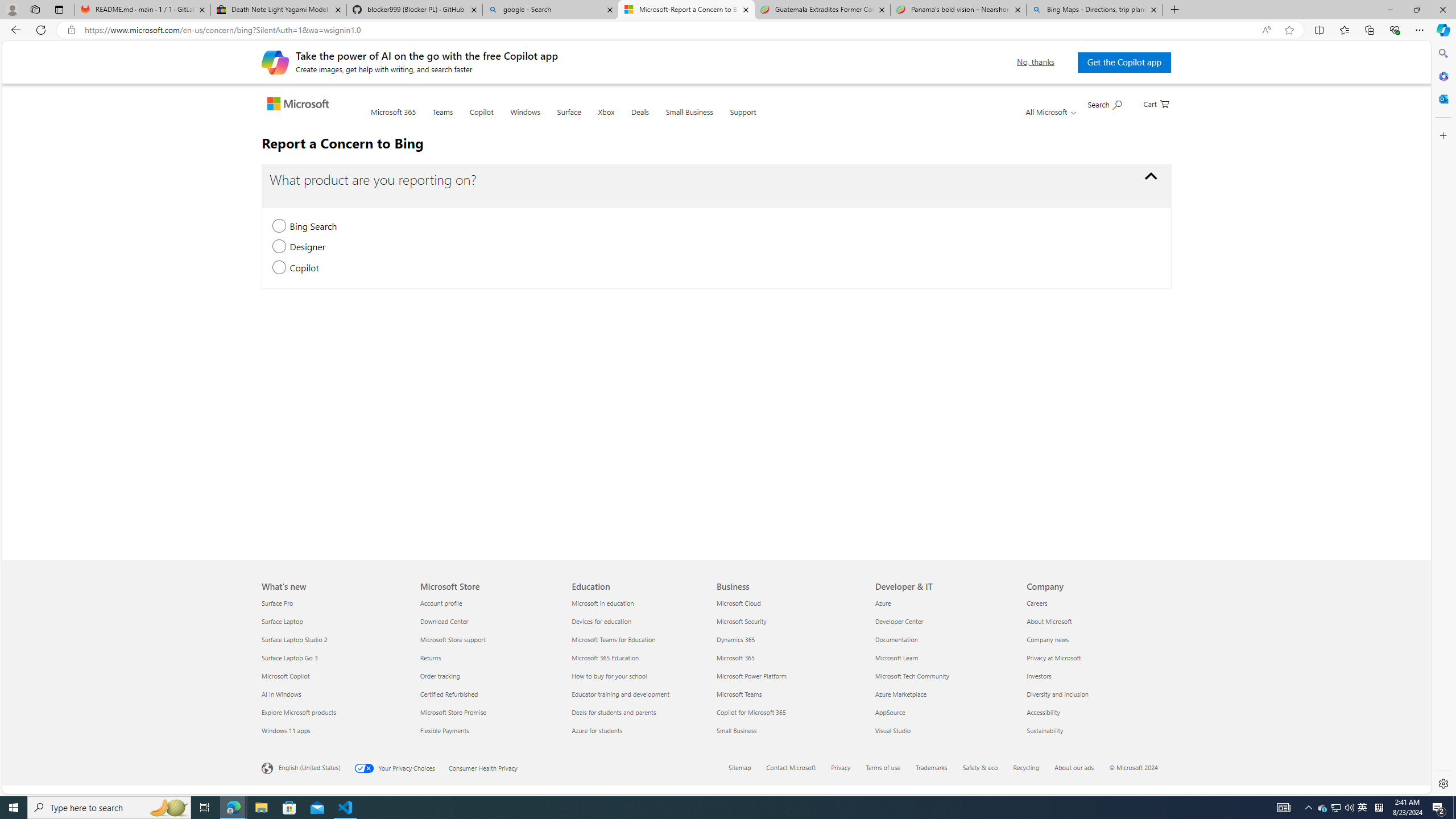  I want to click on 'Explore Microsoft products What', so click(299, 712).